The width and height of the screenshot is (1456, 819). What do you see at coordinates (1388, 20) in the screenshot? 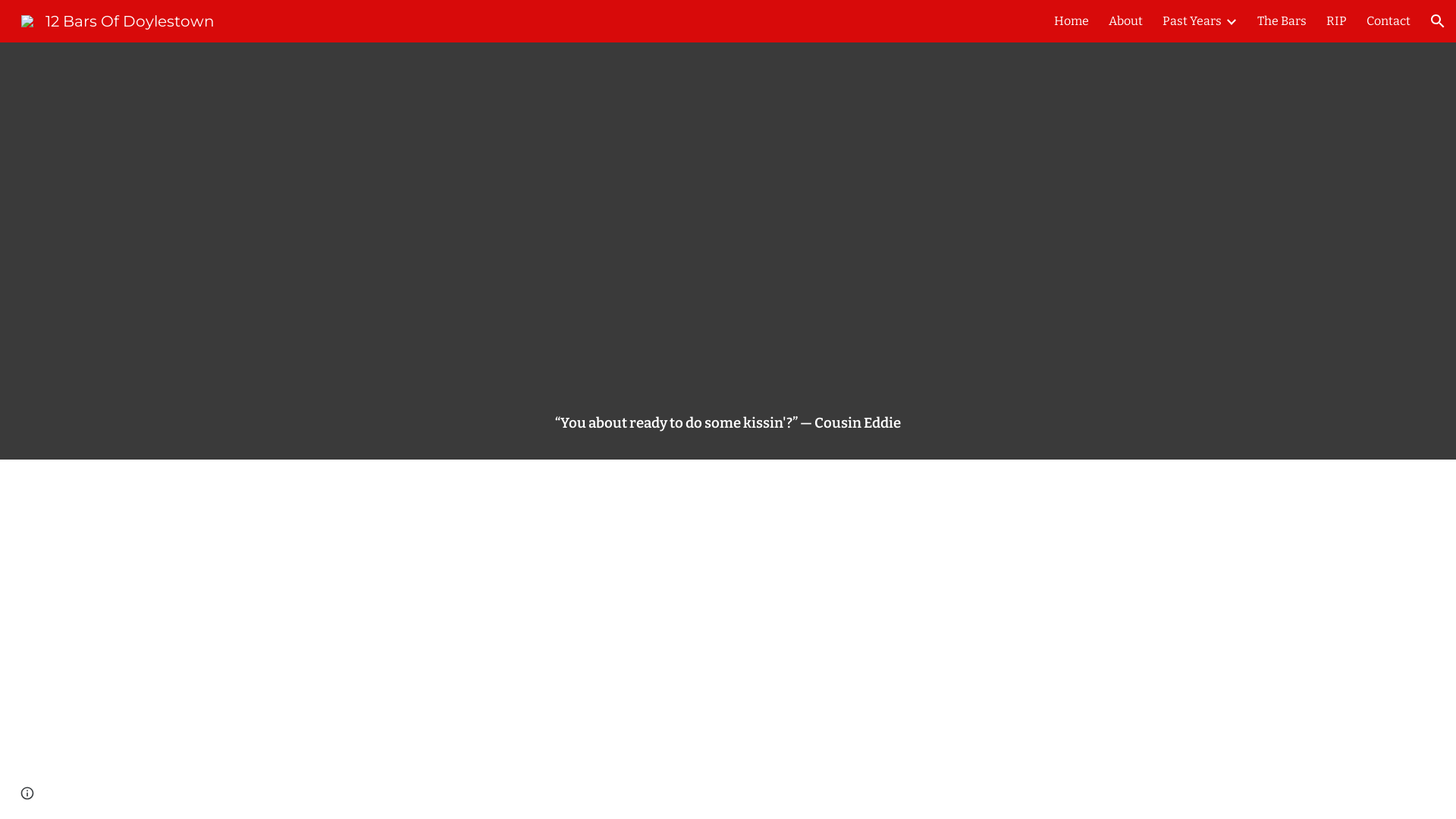
I see `'Contact'` at bounding box center [1388, 20].